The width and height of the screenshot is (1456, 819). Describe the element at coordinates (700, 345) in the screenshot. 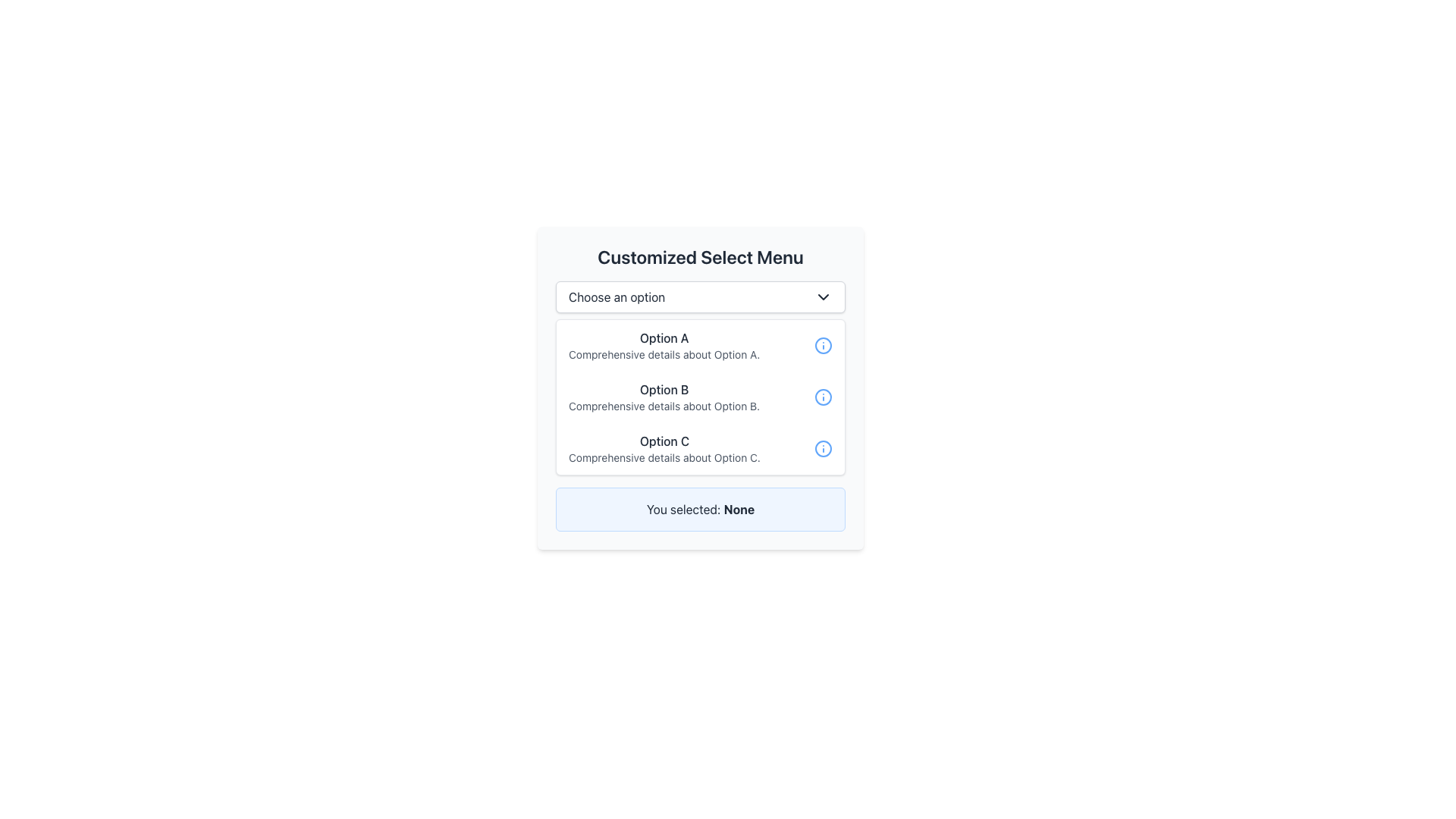

I see `the first list item 'Option A' in the dropdown menu` at that location.